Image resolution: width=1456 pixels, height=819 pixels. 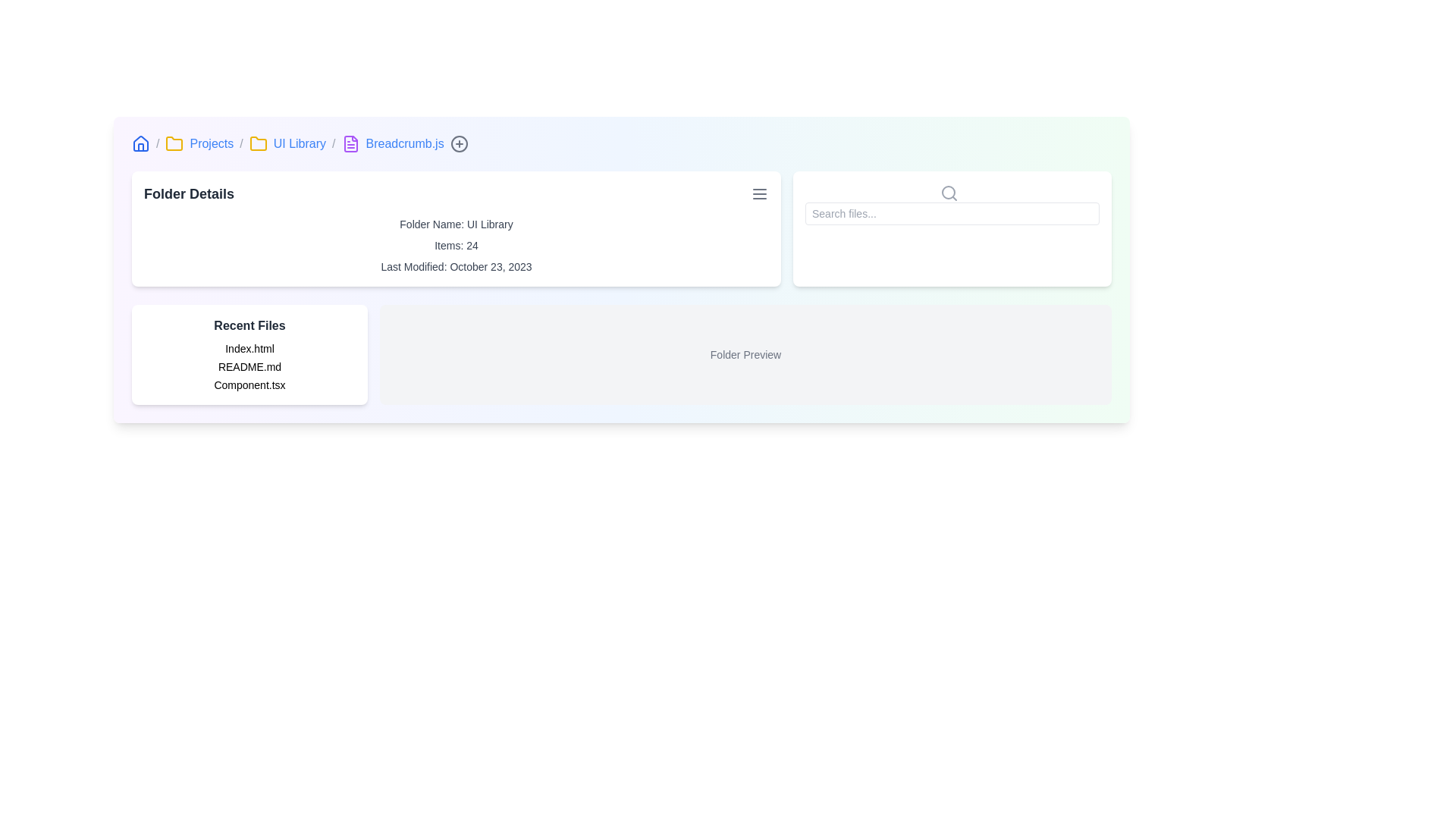 I want to click on the folder icon in the breadcrumb navigation system that represents the 'Projects' directory, which is positioned fourth from the left, to scale it up slightly, so click(x=258, y=143).